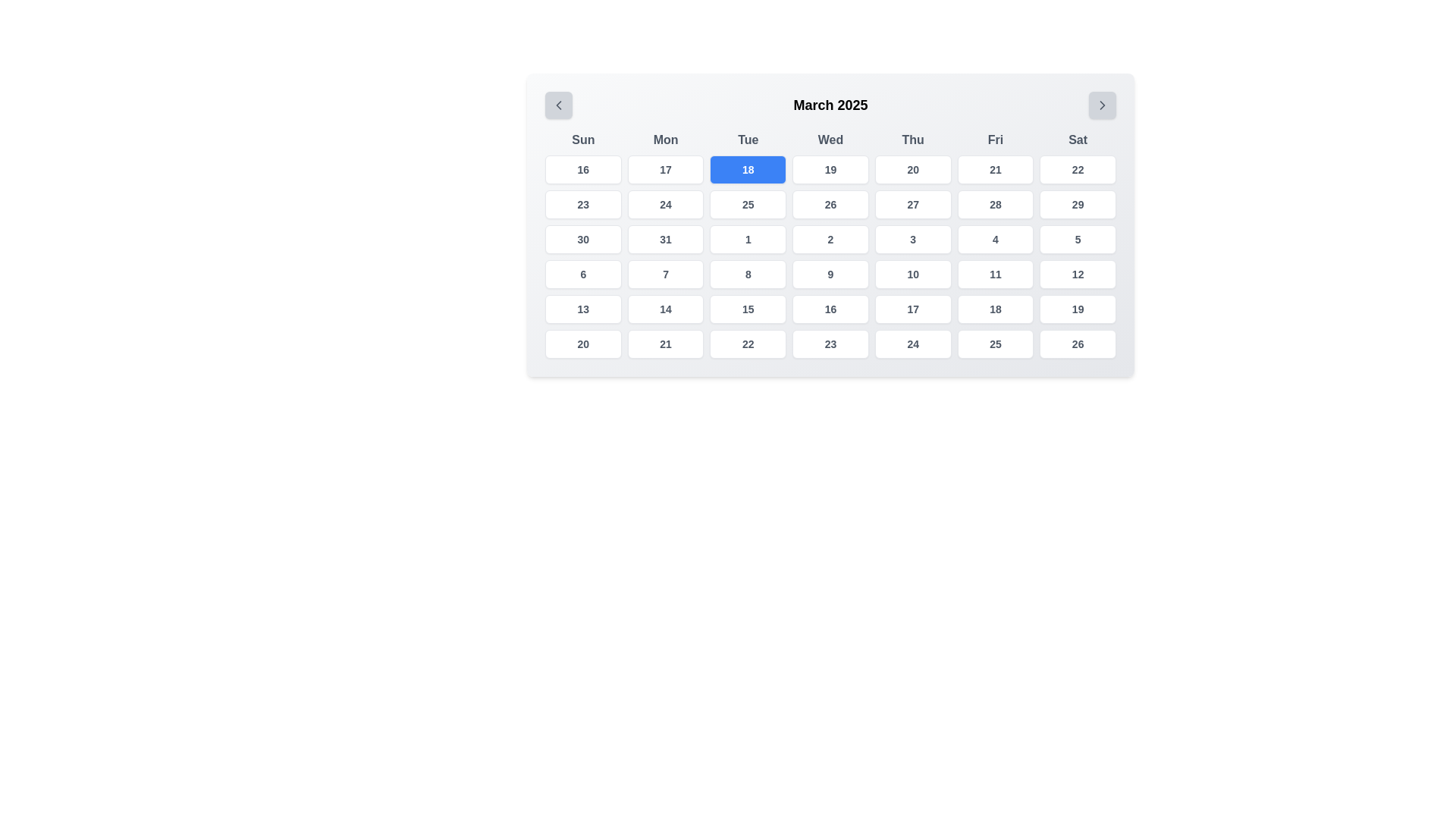 The width and height of the screenshot is (1456, 819). I want to click on the text label displaying the abbreviation 'Sat', which is the last weekday label in a grid layout at the top of the calendar interface, so click(1077, 140).